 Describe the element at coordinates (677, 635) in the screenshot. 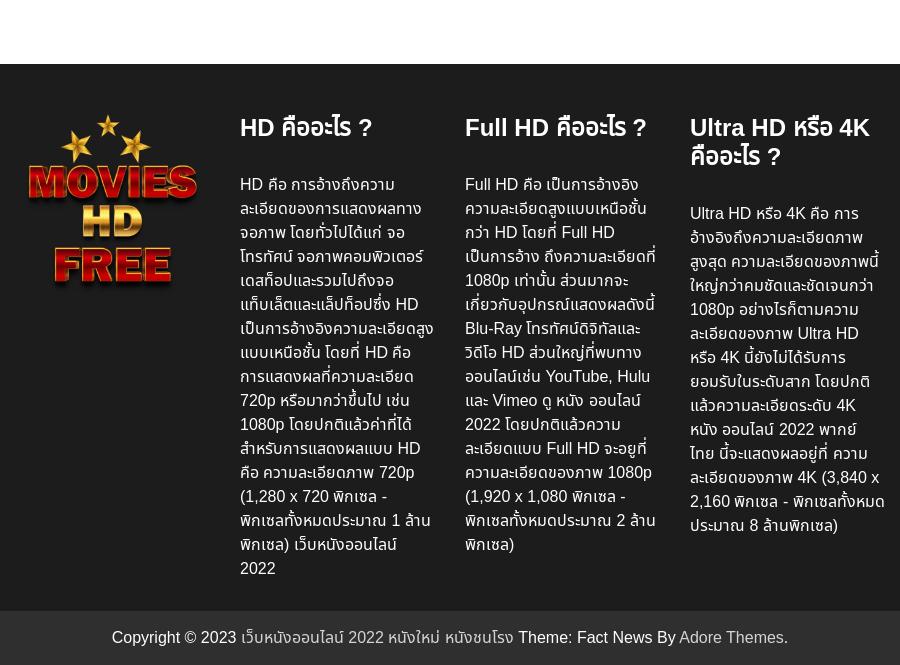

I see `'Adore Themes'` at that location.